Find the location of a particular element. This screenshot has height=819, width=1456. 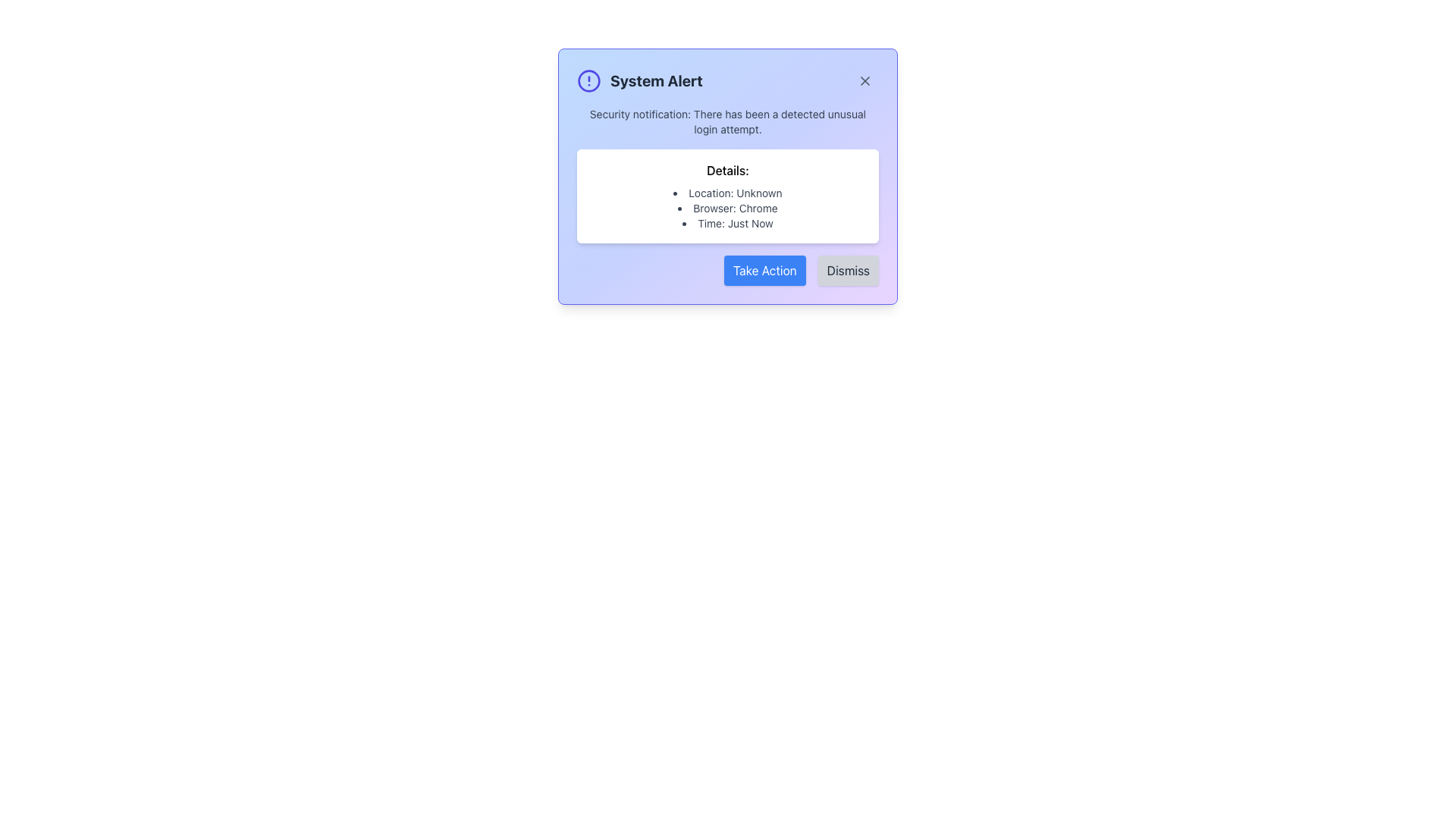

the 'Dismiss' button with rounded corners and light gray background is located at coordinates (847, 270).